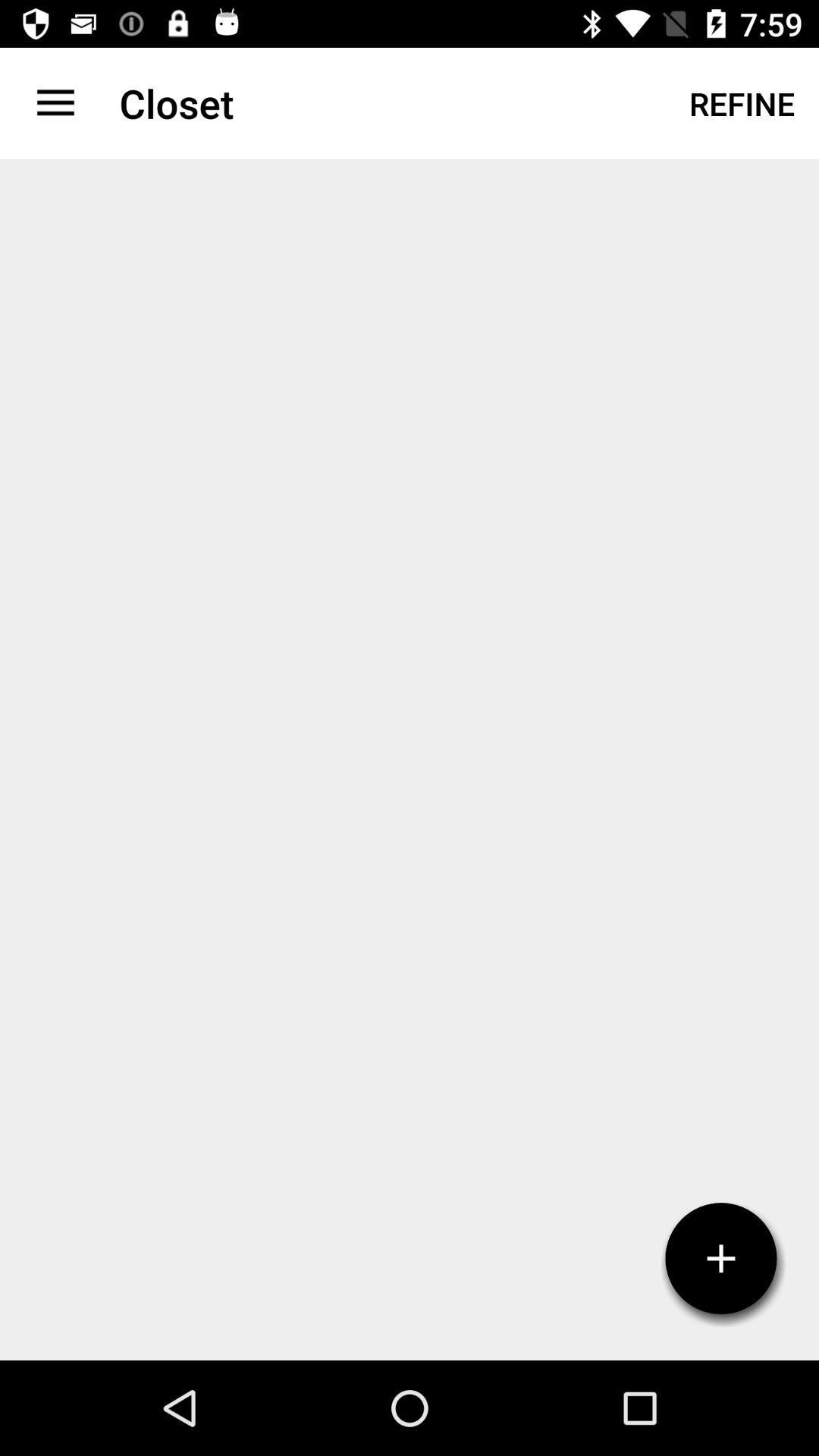  Describe the element at coordinates (741, 102) in the screenshot. I see `app next to the closet item` at that location.